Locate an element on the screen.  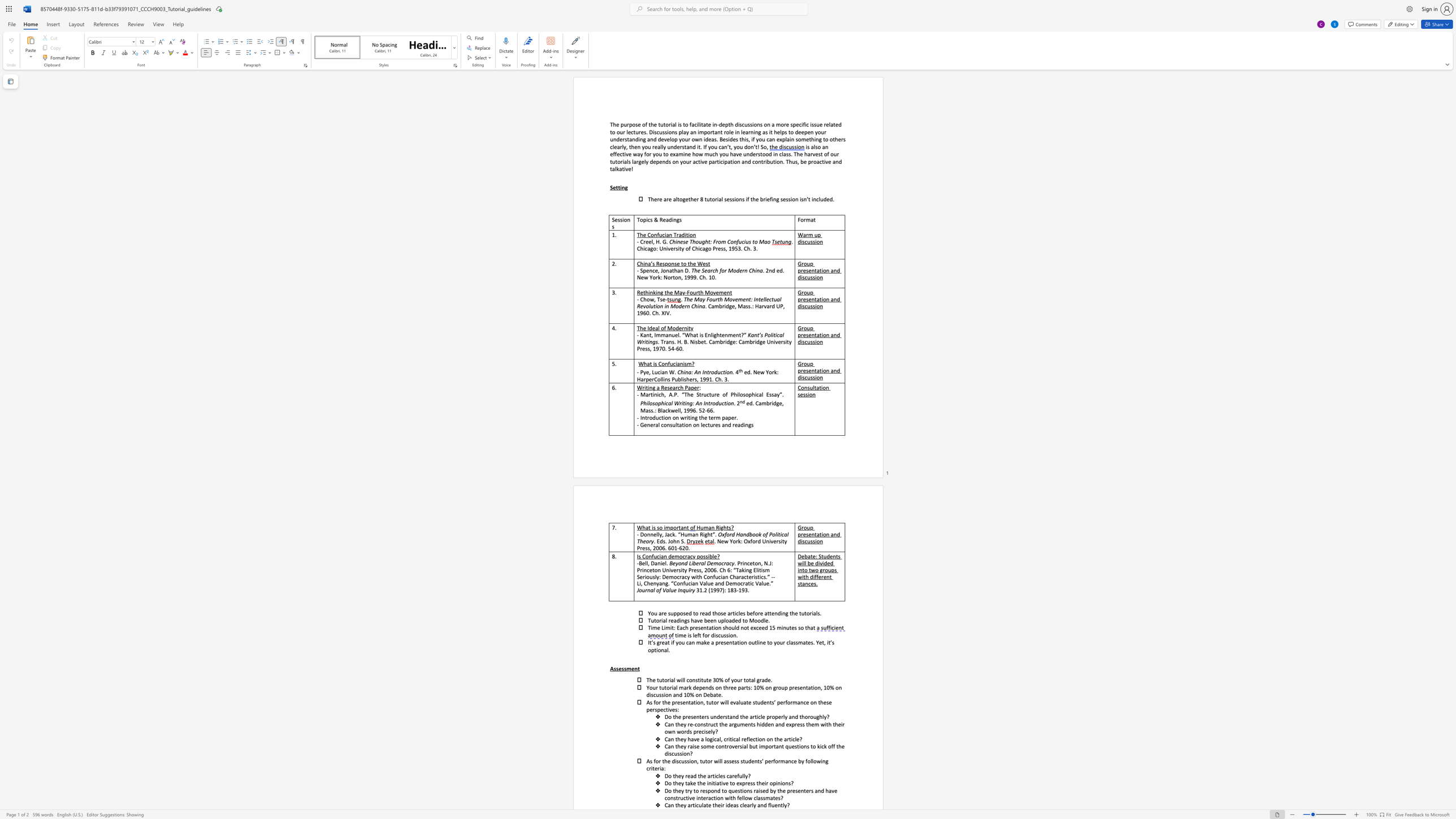
the subset text "nsultation s" within the text "Consultation session" is located at coordinates (803, 387).